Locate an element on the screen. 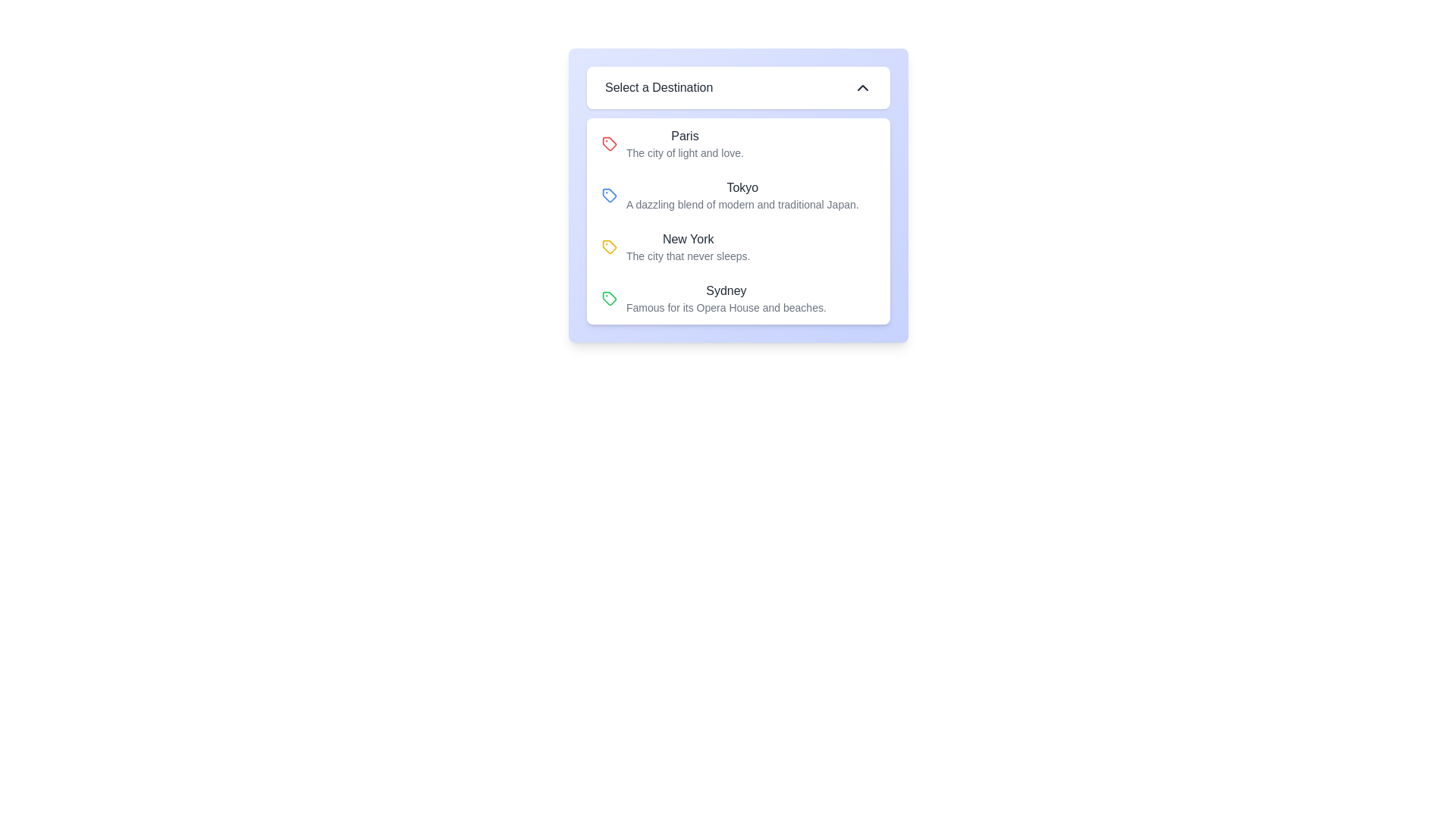  the text label that provides additional context for 'New York' in the dropdown menu 'Select a Destination', which is located below the main text 'New York' is located at coordinates (687, 256).